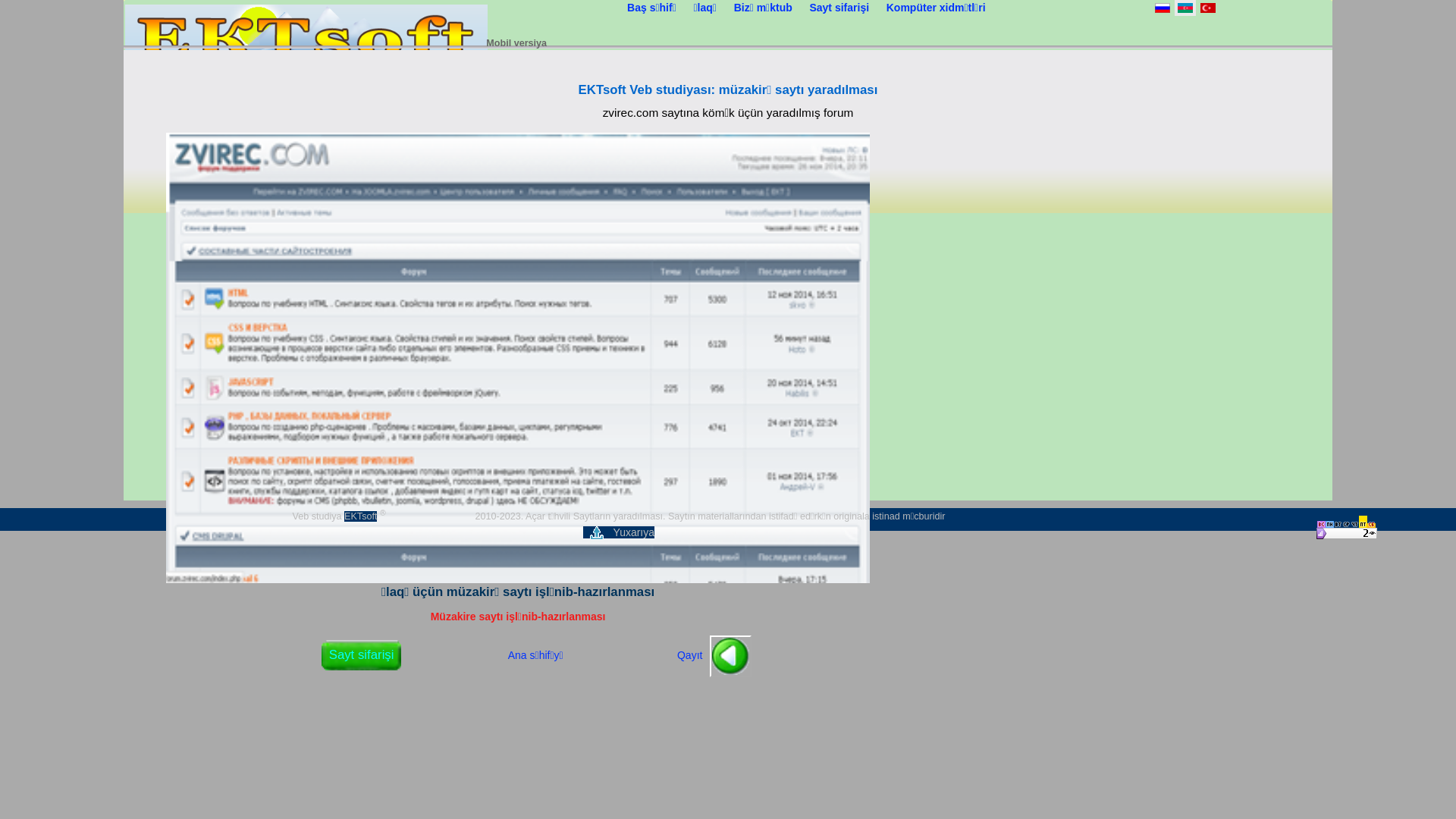 The height and width of the screenshot is (819, 1456). I want to click on 'Mobil versiya', so click(486, 42).